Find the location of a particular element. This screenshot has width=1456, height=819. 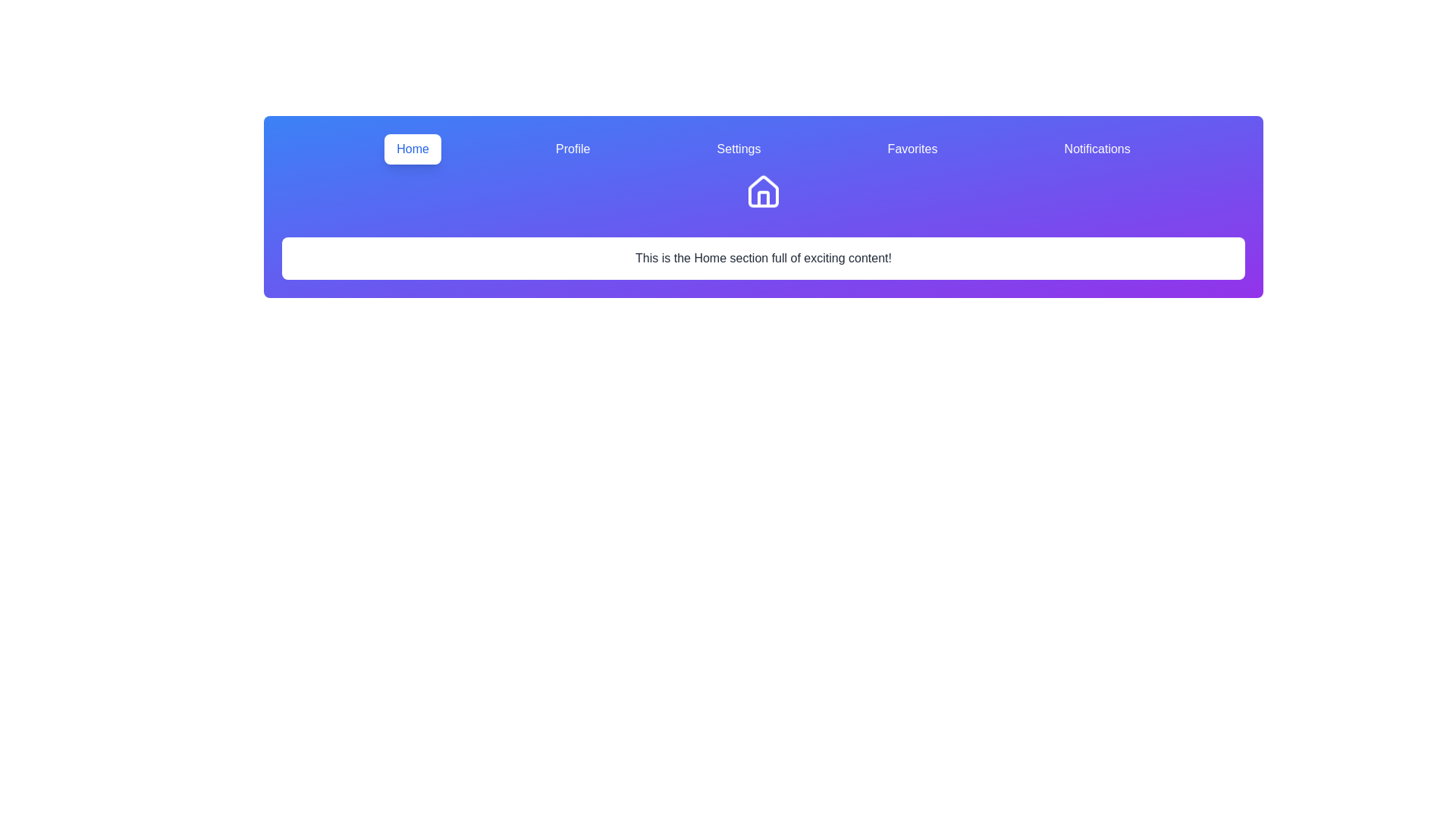

the navigational button located between the 'Home' and 'Settings' buttons is located at coordinates (572, 149).